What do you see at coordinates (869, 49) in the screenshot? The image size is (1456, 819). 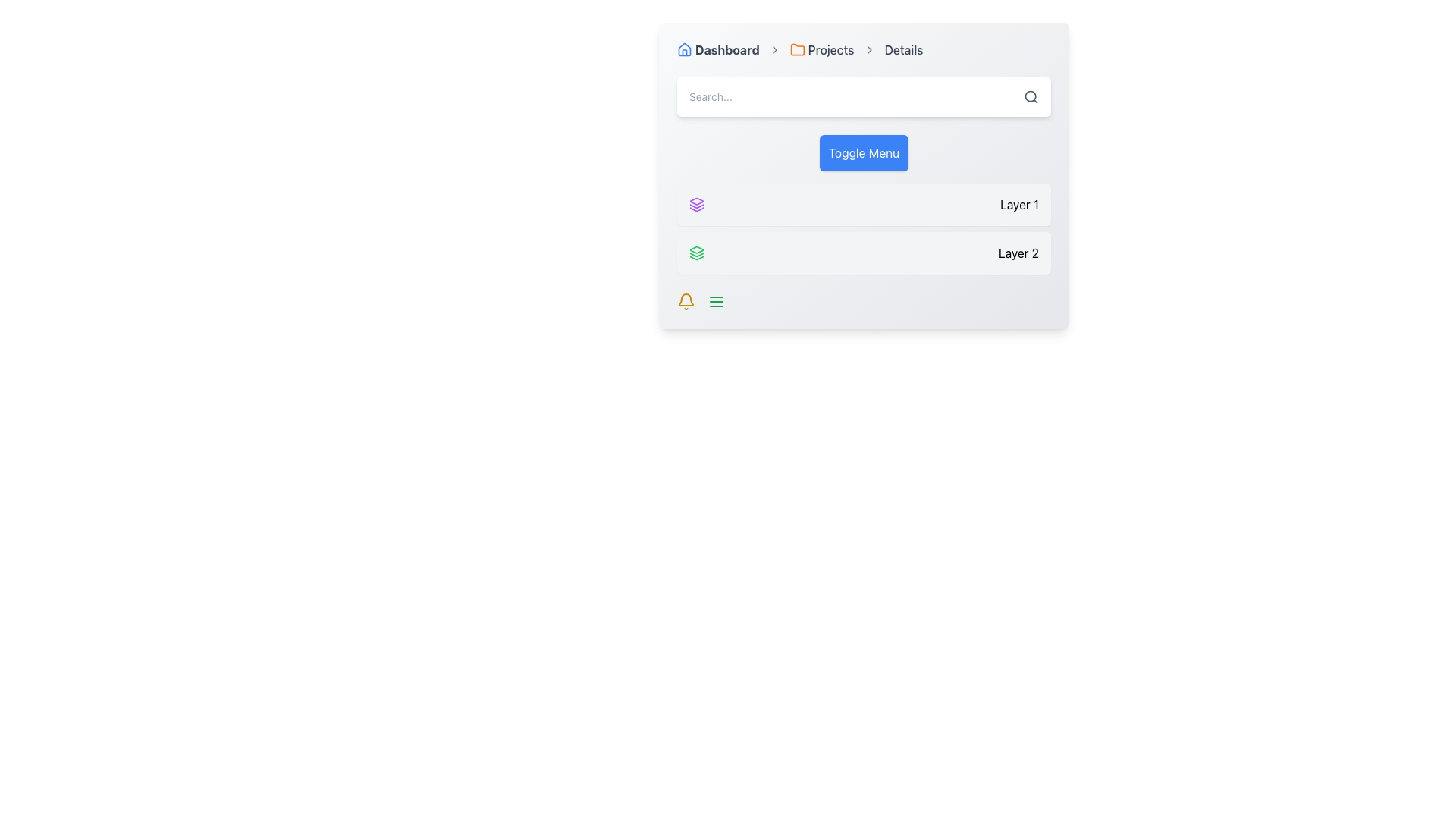 I see `the third right-pointing chevron icon in the breadcrumb navigation bar, which is gray-colored and positioned between the 'Projects' and 'Details' text` at bounding box center [869, 49].